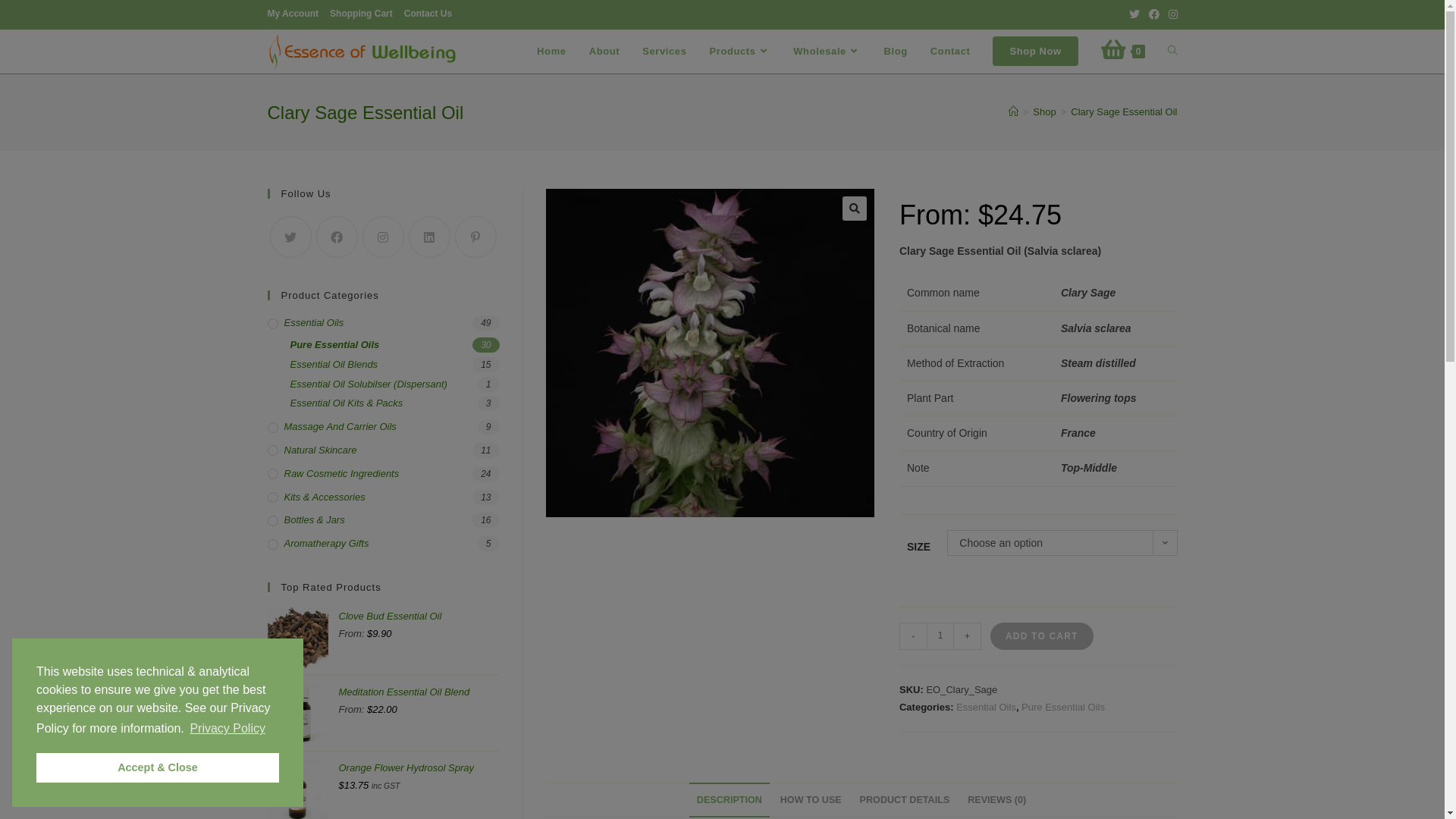  Describe the element at coordinates (157, 767) in the screenshot. I see `'Accept & Close'` at that location.